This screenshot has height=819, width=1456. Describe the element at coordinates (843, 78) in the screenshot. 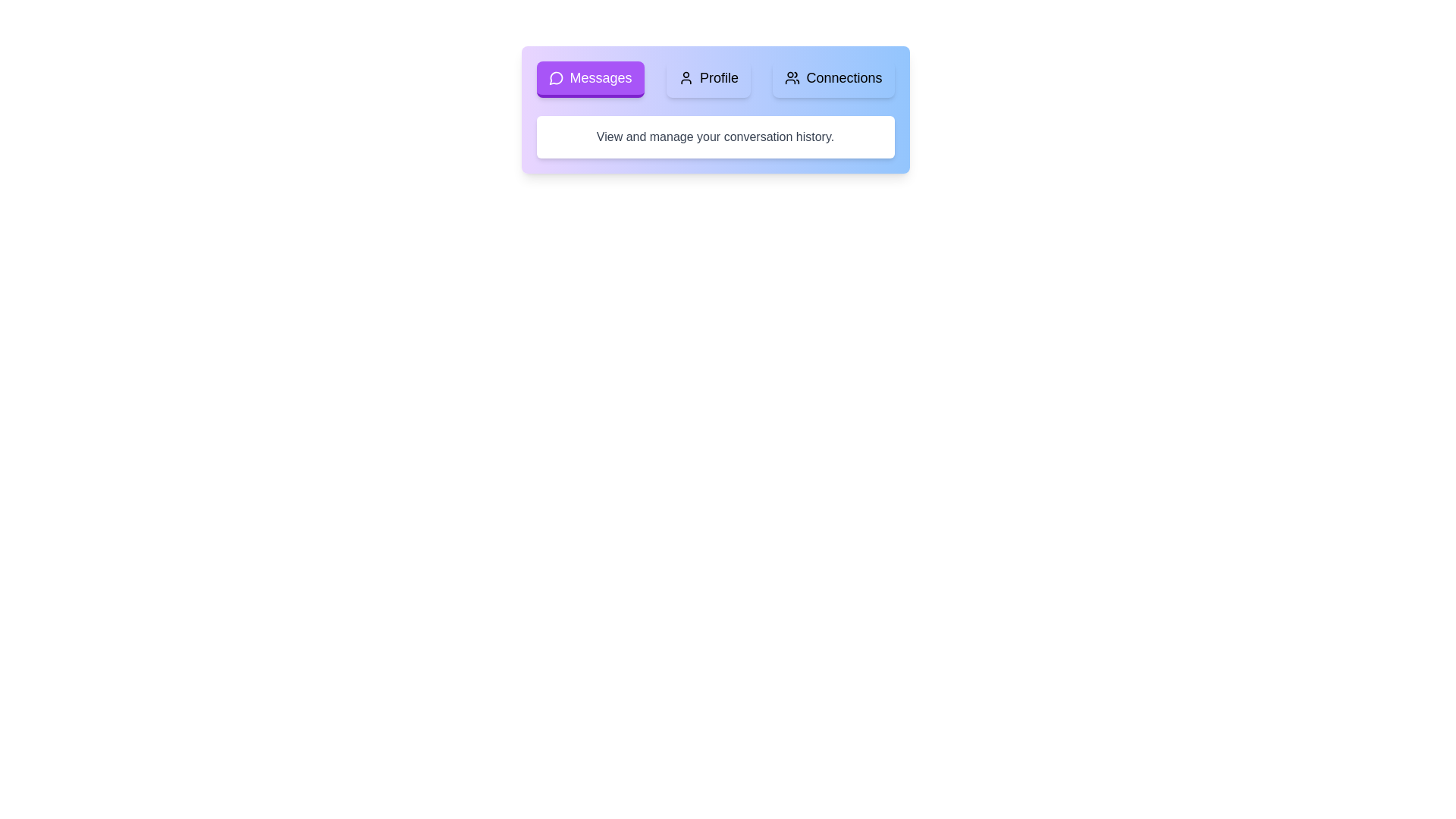

I see `the 'Connections' text label within the navigation button located in the top right portion of the interface` at that location.